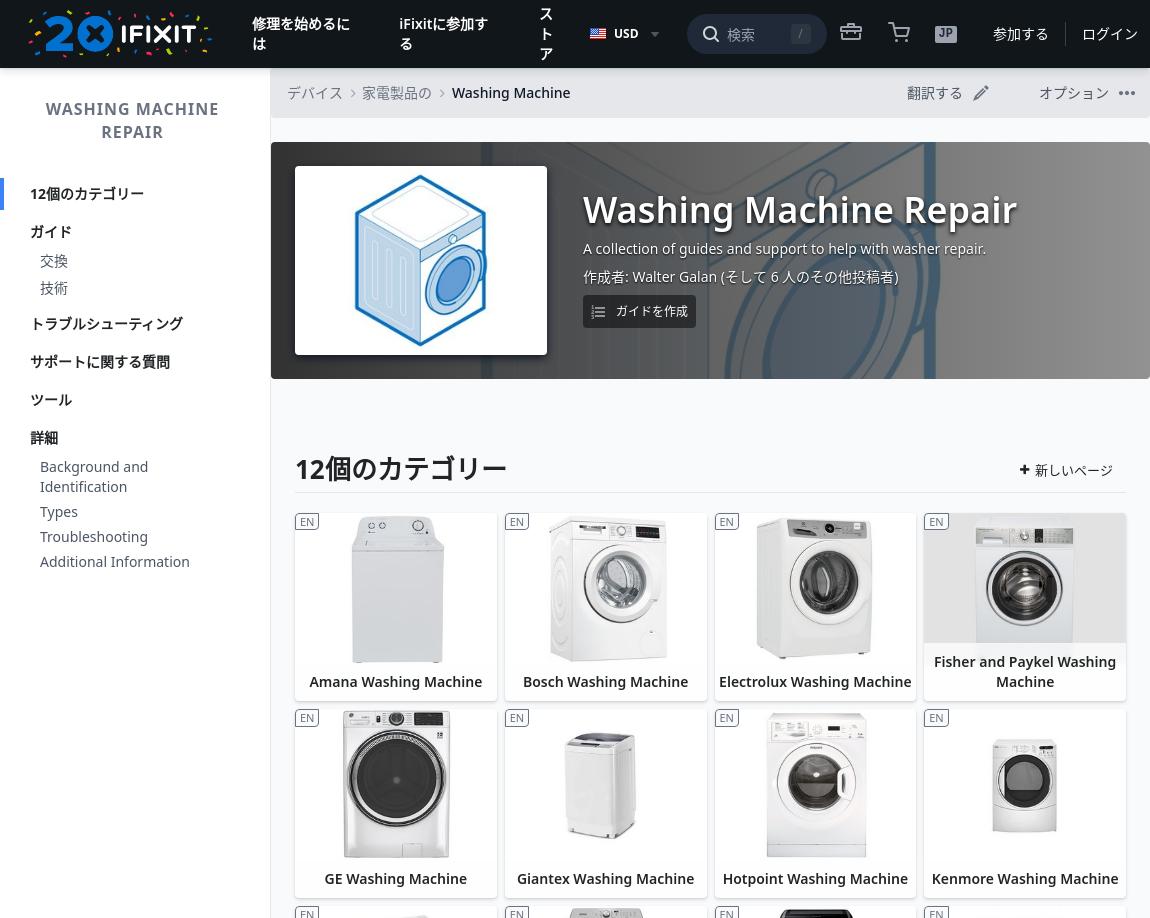 The image size is (1150, 918). Describe the element at coordinates (604, 876) in the screenshot. I see `'Giantex Washing Machine'` at that location.